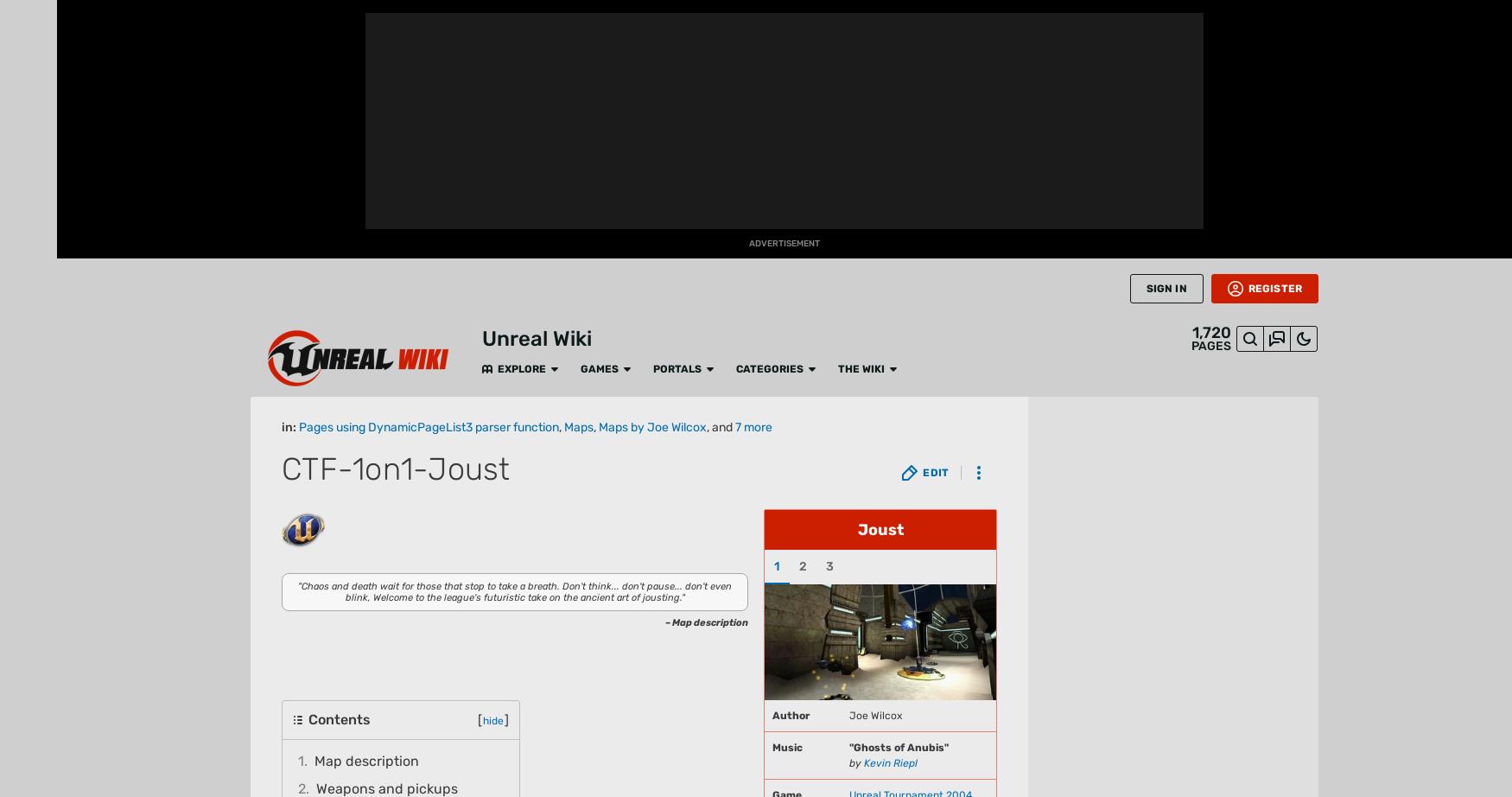 The image size is (1512, 797). I want to click on 'Unreal Tournament 3', so click(1159, 337).